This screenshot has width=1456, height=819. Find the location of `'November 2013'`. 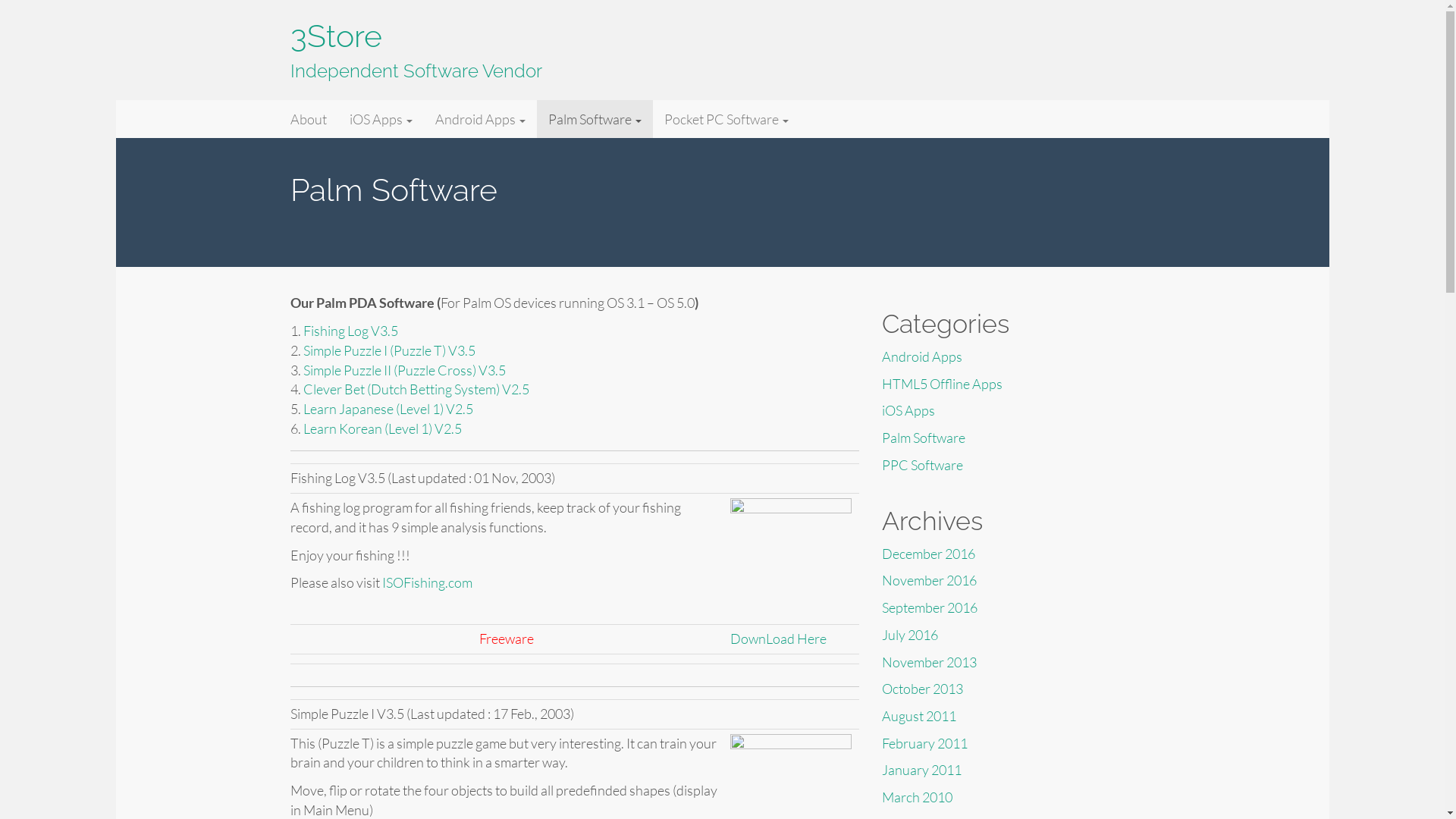

'November 2013' is located at coordinates (927, 661).